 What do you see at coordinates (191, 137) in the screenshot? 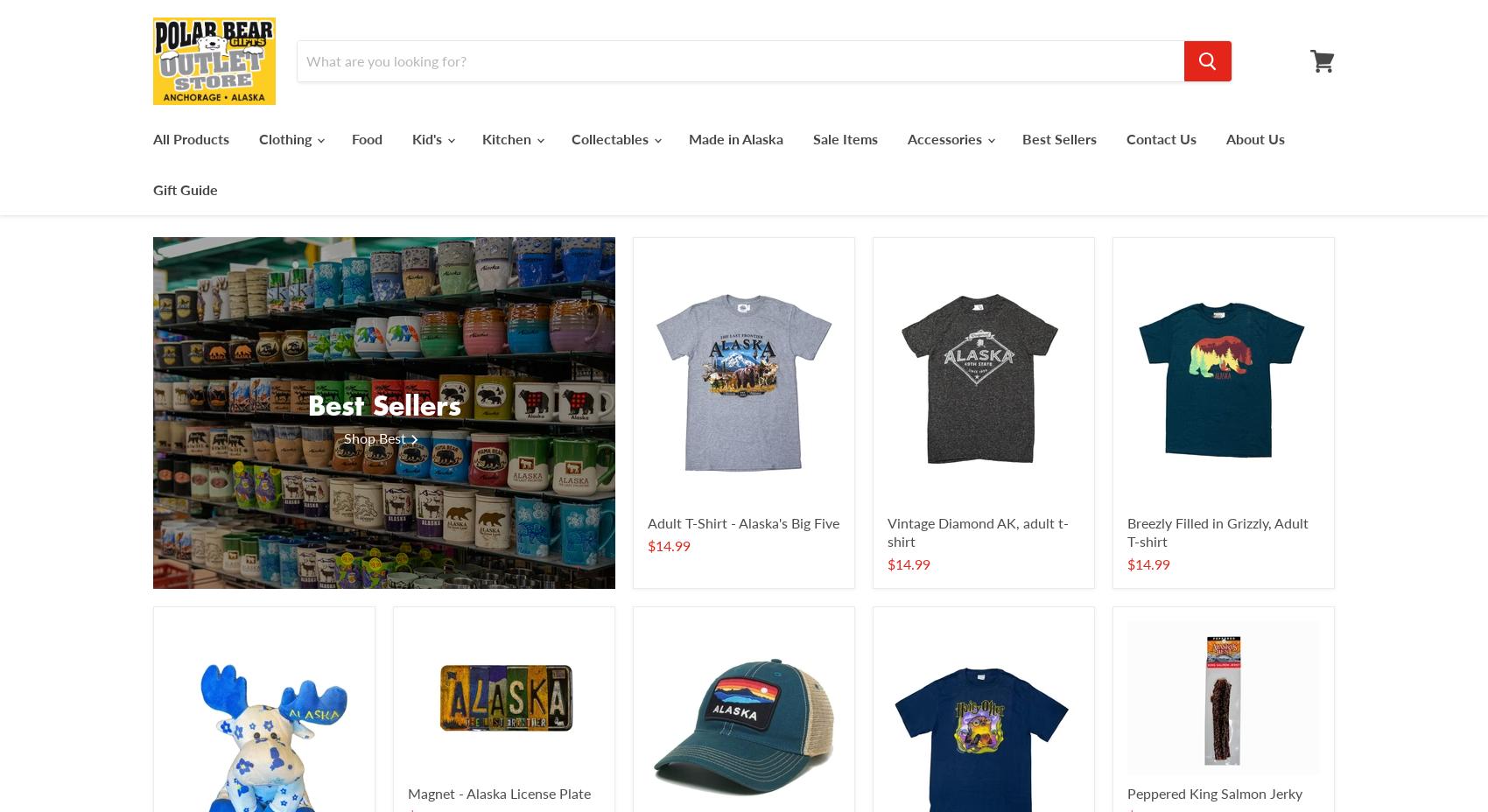
I see `'All Products'` at bounding box center [191, 137].